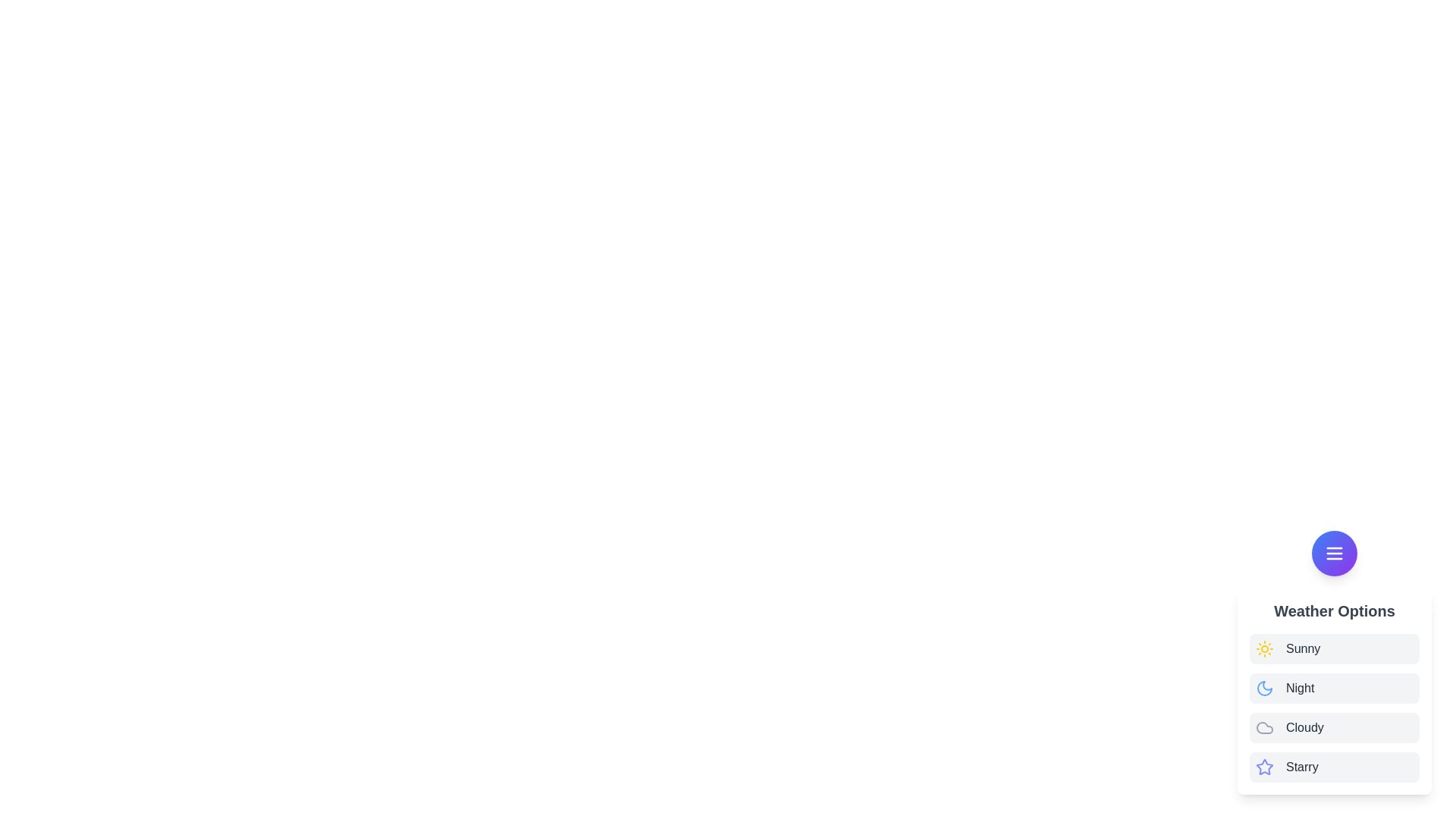 Image resolution: width=1456 pixels, height=819 pixels. I want to click on the icon of the weather option Starry, so click(1265, 767).